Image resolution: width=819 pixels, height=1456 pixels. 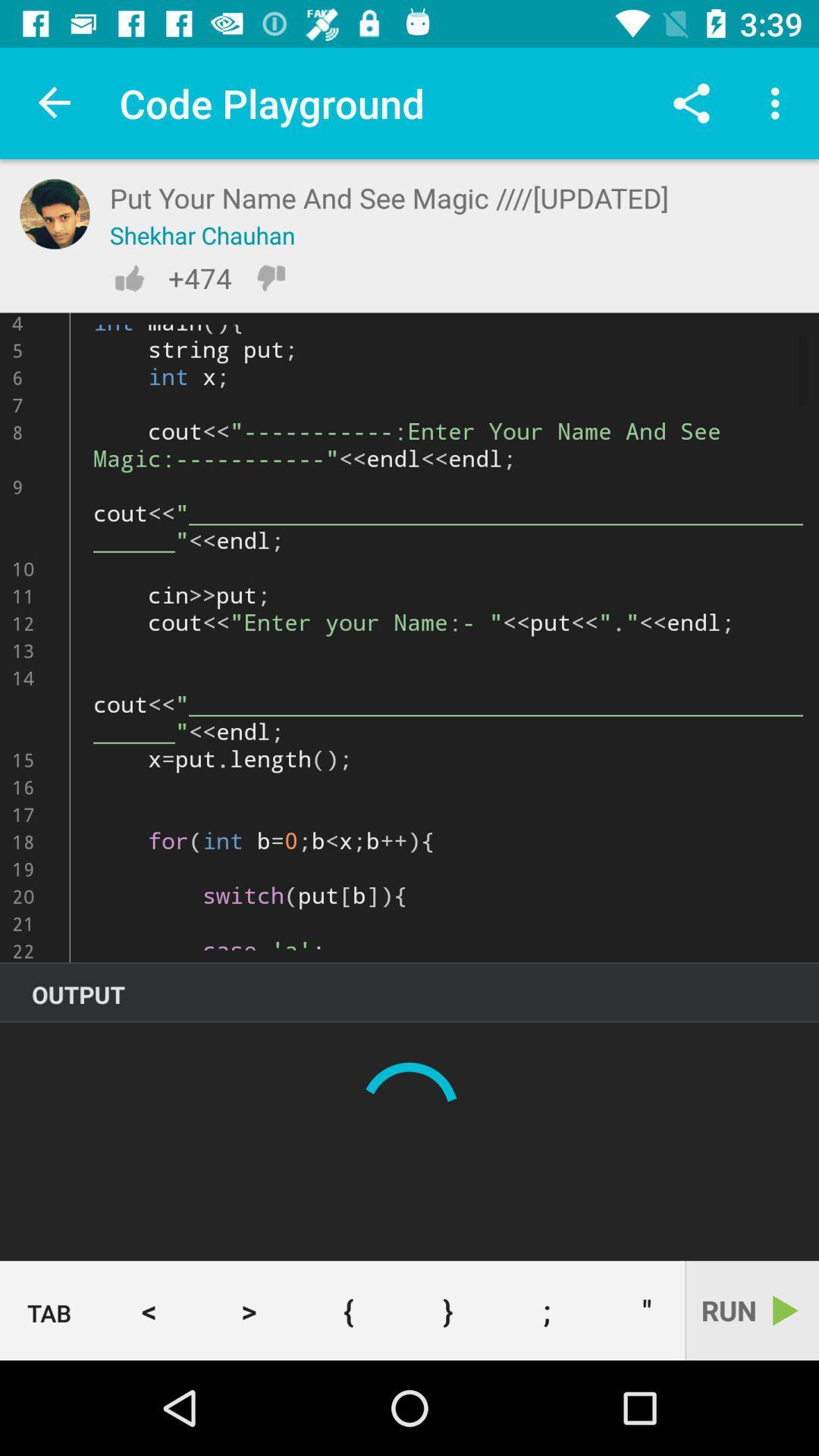 I want to click on vote up, so click(x=128, y=278).